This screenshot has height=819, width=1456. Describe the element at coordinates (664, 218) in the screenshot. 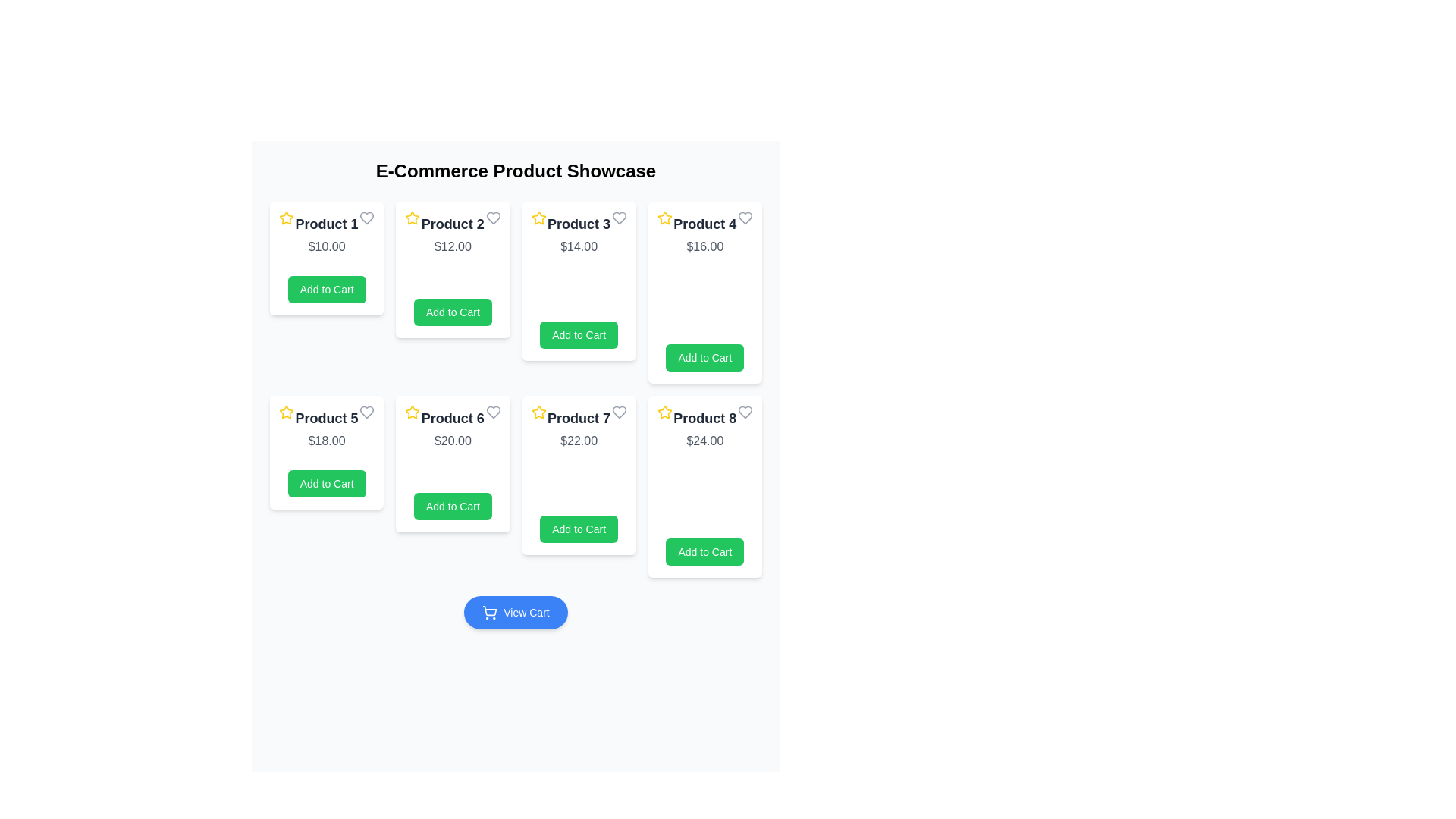

I see `the yellow star icon with a hollow center located in the upper-left corner of the 'Product 4' card, which is used for rating or marking favorites` at that location.